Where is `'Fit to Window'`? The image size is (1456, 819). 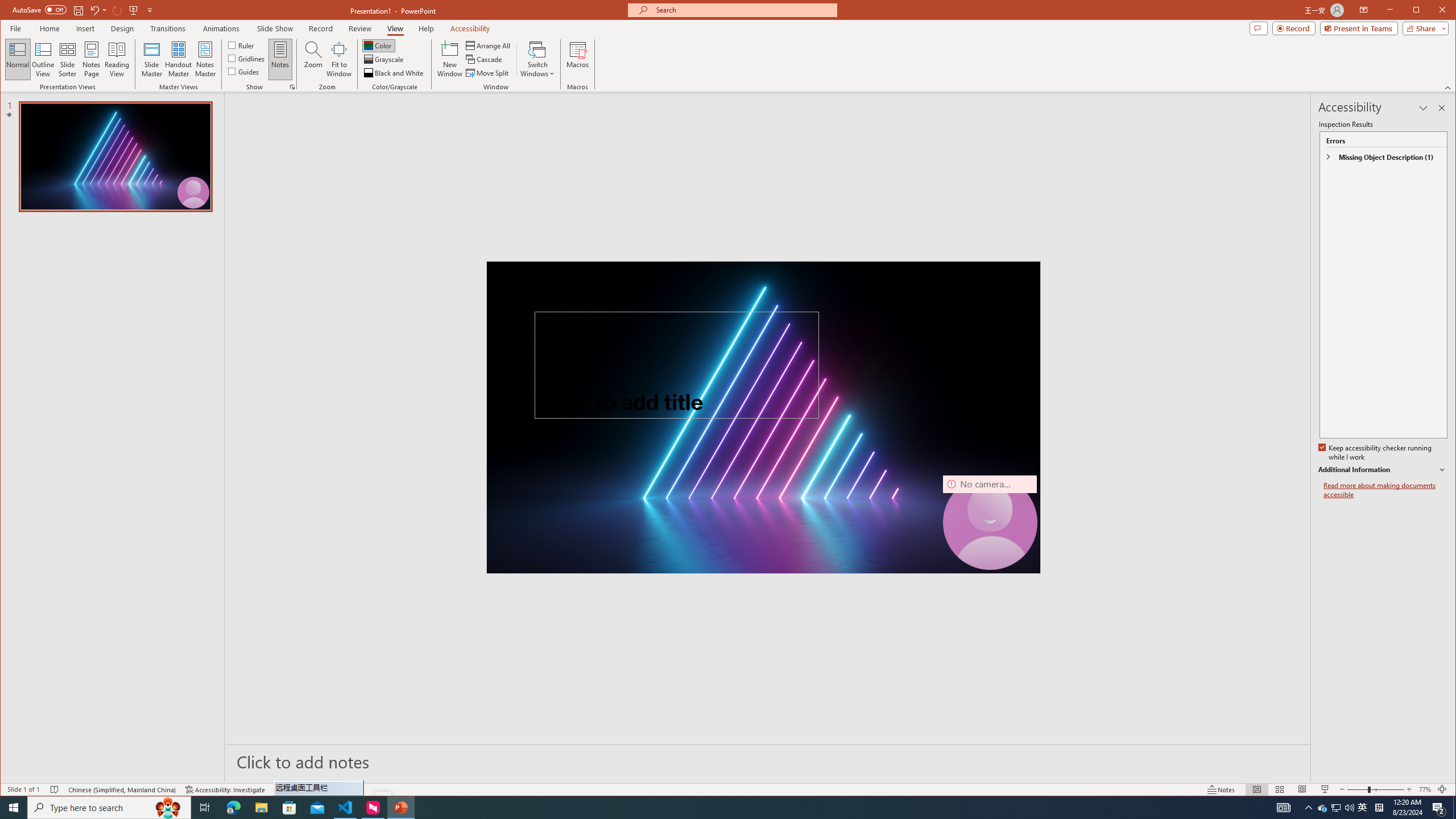
'Fit to Window' is located at coordinates (338, 59).